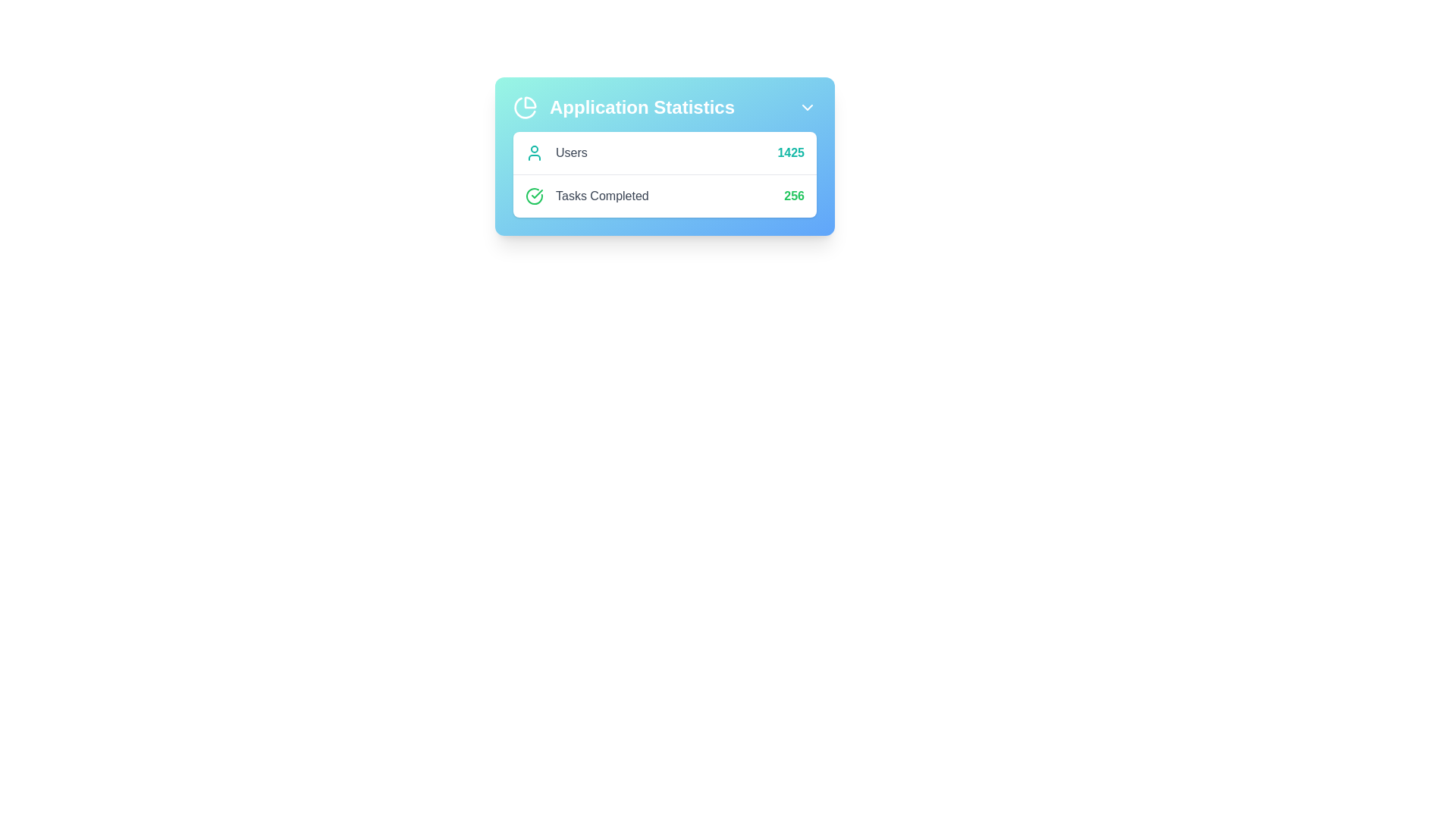 The height and width of the screenshot is (819, 1456). What do you see at coordinates (790, 152) in the screenshot?
I see `the static numeric text displaying the count of users, located on the right side of the 'Users' label` at bounding box center [790, 152].